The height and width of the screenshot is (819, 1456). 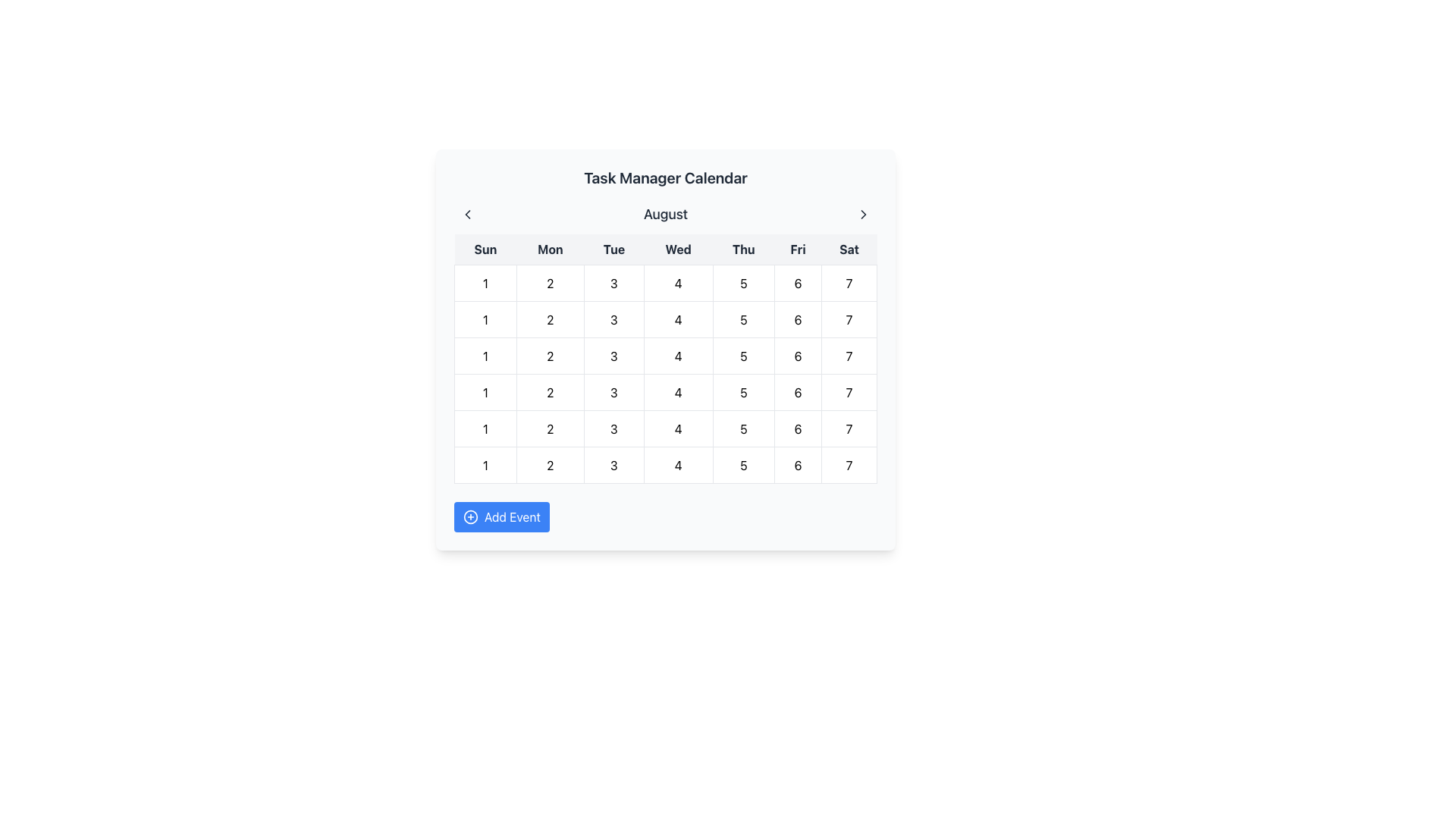 I want to click on the grid row item in the fourth row of the calendar that displays individual numbers from 1 to 7, so click(x=666, y=428).